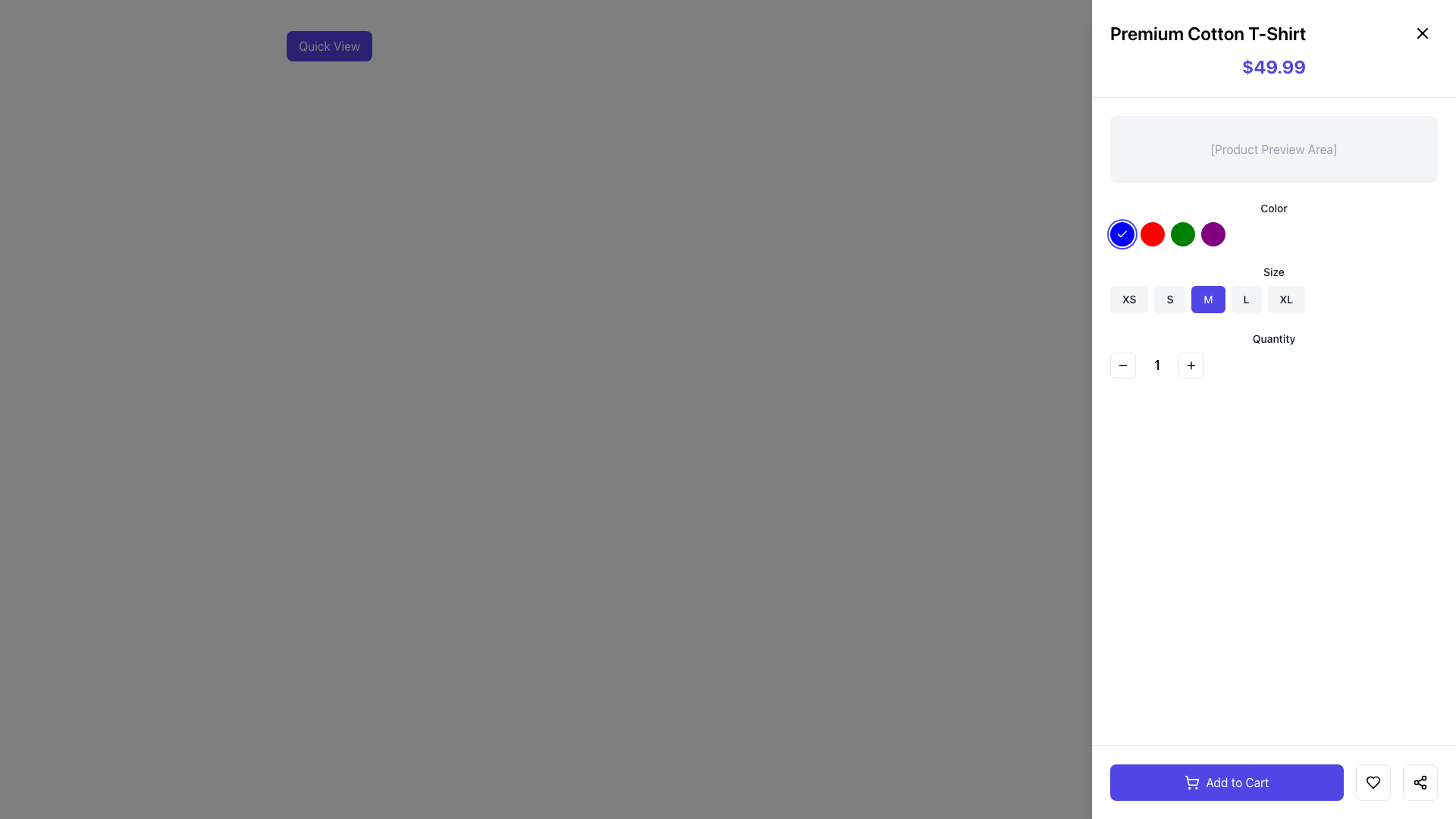 The height and width of the screenshot is (819, 1456). What do you see at coordinates (1122, 234) in the screenshot?
I see `the leftmost circular button with a blue background and white checkmark icon, which represents the blue color option` at bounding box center [1122, 234].